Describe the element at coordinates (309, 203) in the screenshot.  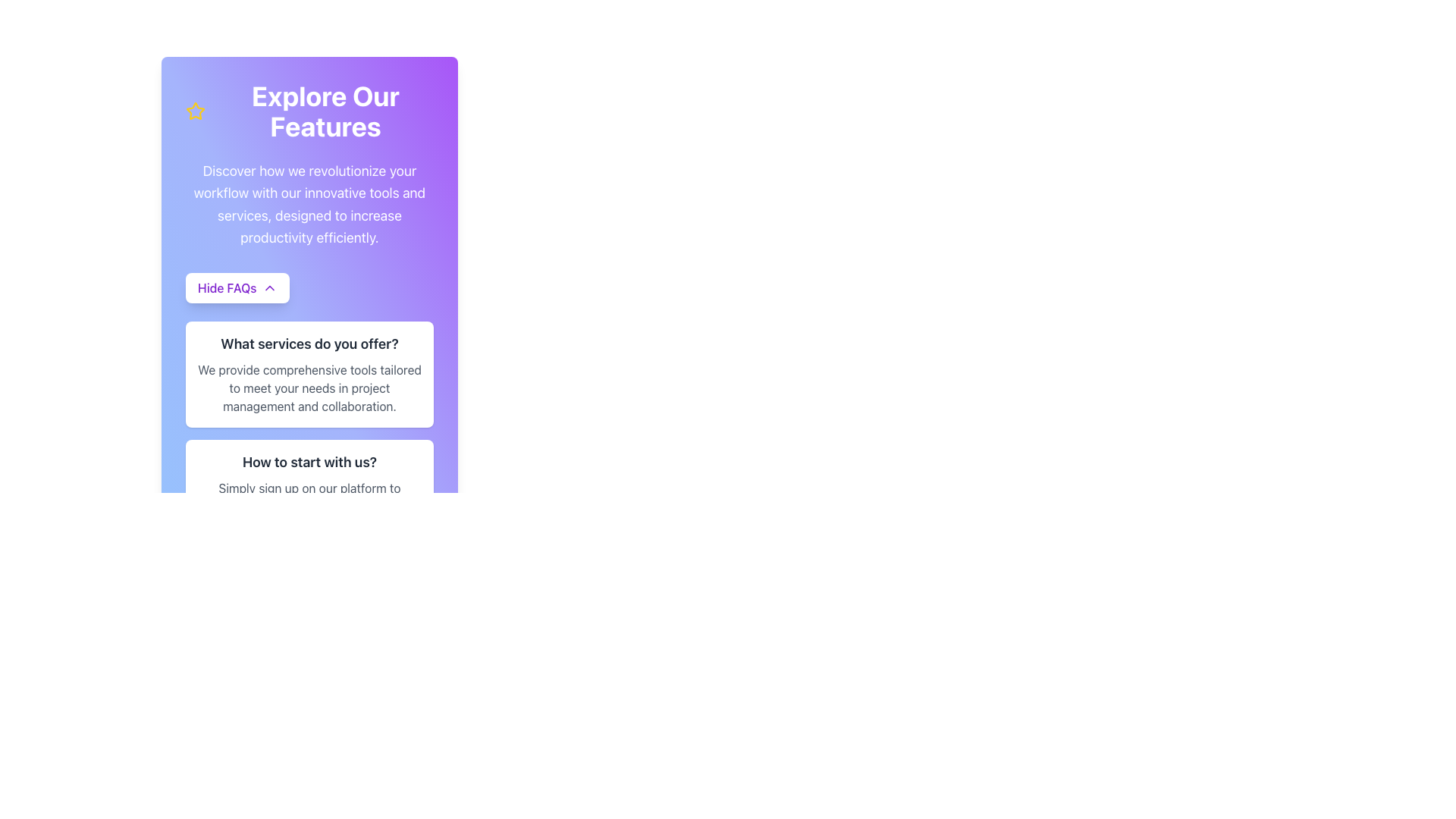
I see `text content of the prominent text block styled with a large size and relaxed line spacing, located beneath the heading 'Explore Our Features' and above the 'Hide FAQs' button` at that location.